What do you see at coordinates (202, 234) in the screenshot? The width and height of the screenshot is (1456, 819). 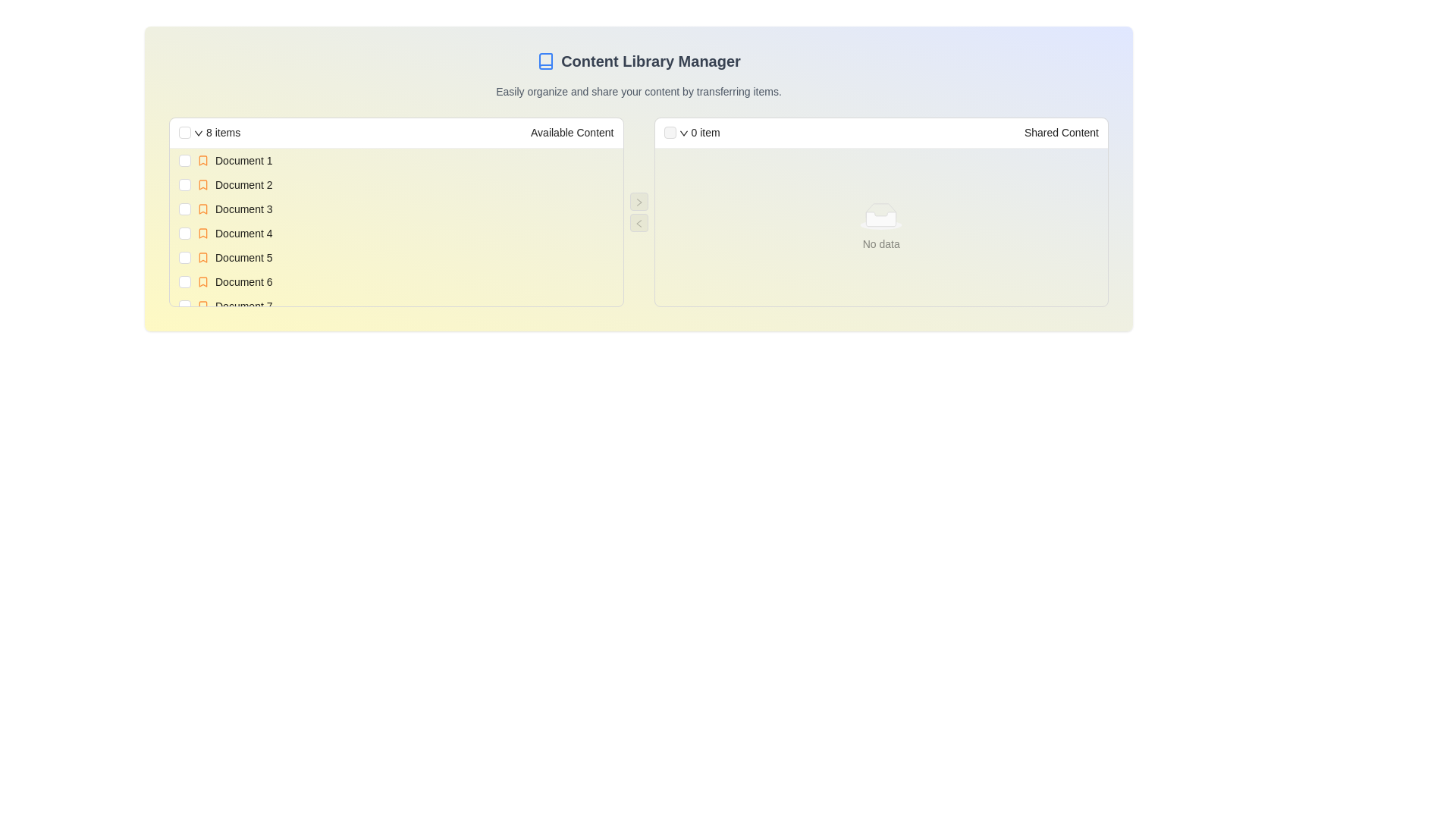 I see `the bookmark icon indicating that 'Document 4' is marked as important, which is the fourth icon in the 'Available Content' list` at bounding box center [202, 234].